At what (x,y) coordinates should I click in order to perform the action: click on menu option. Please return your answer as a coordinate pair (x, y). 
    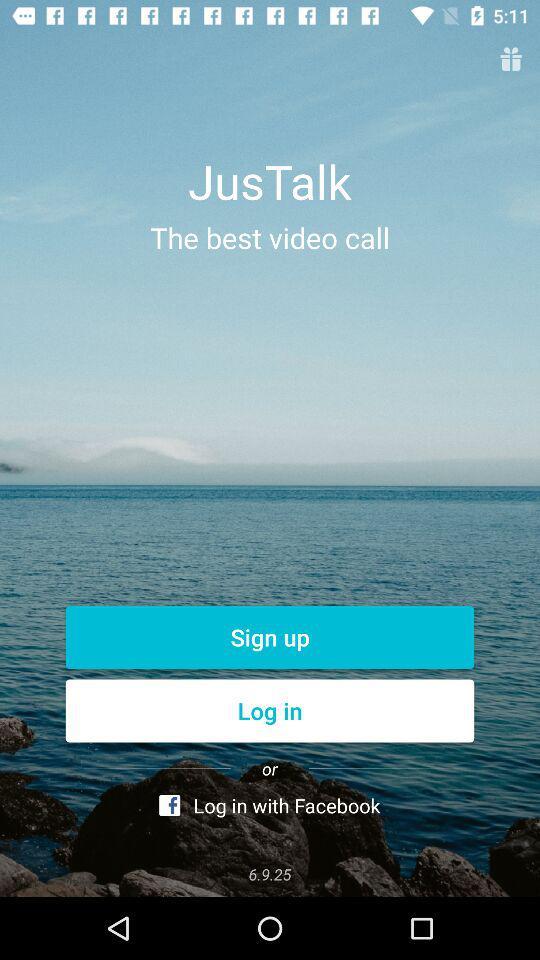
    Looking at the image, I should click on (511, 59).